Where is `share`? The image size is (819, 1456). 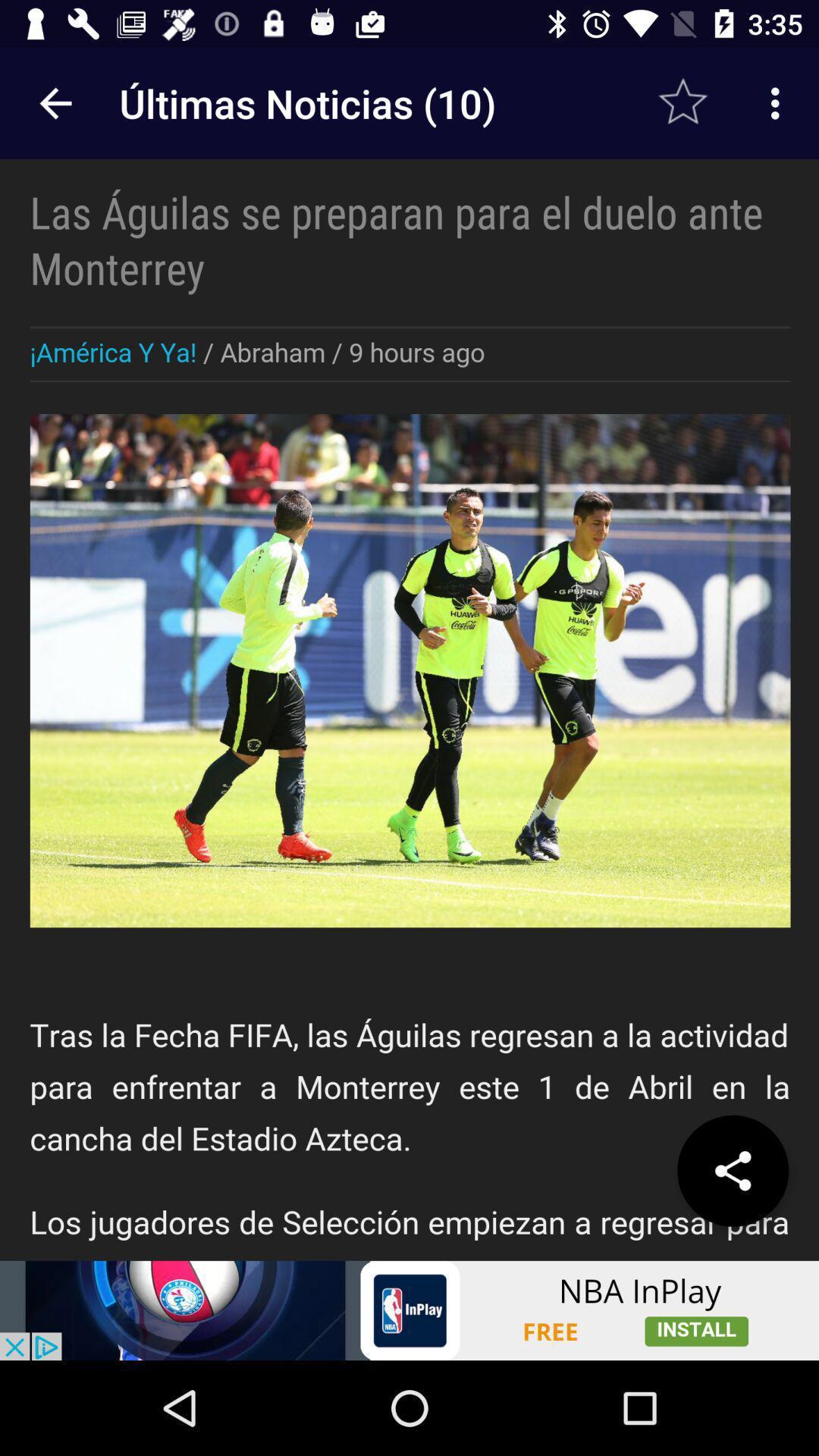 share is located at coordinates (732, 1170).